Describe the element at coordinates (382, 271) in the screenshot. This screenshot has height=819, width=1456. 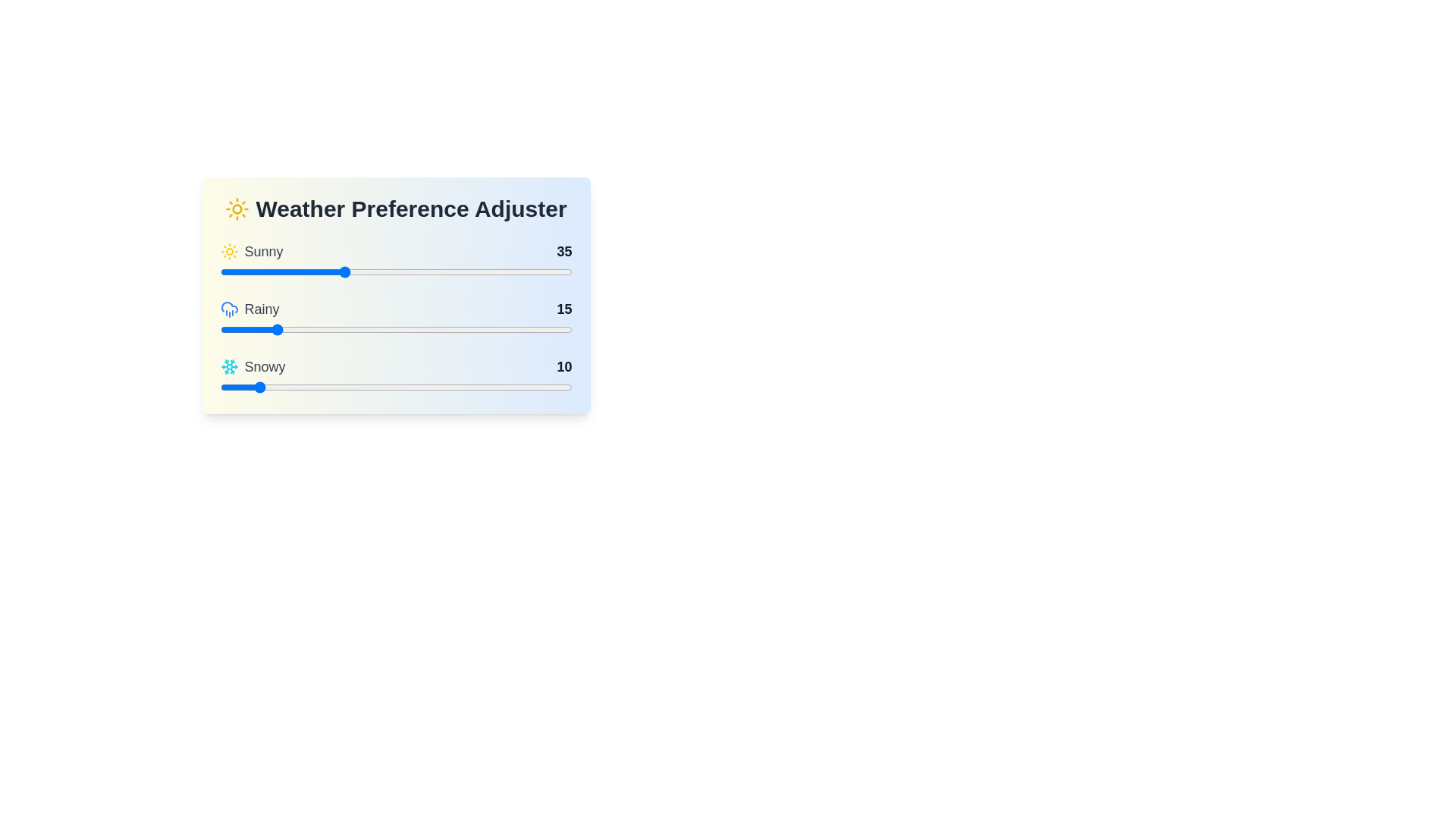
I see `the 'Sunny' slider to the specified value 46` at that location.